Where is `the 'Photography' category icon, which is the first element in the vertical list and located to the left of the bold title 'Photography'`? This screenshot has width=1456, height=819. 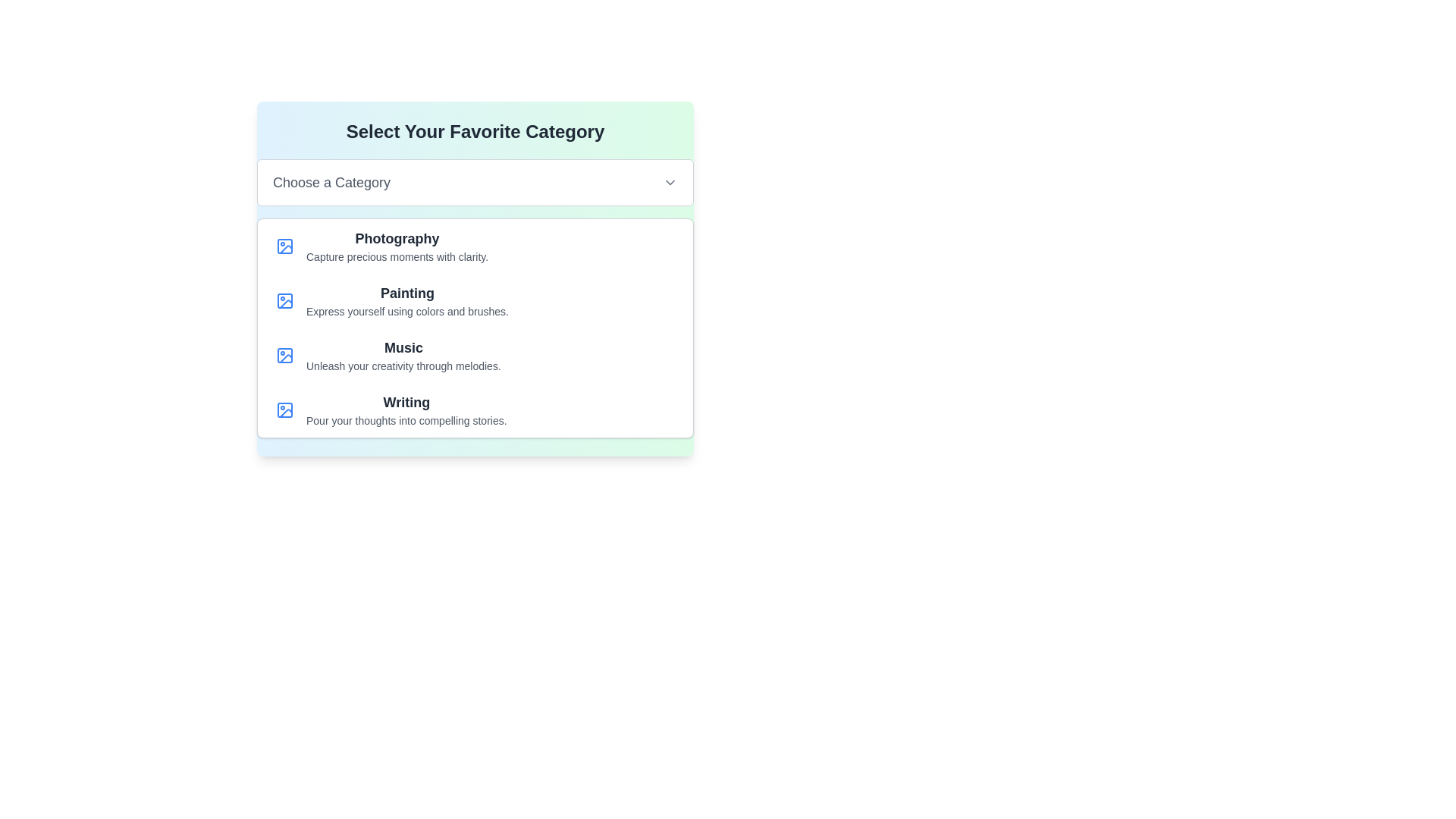
the 'Photography' category icon, which is the first element in the vertical list and located to the left of the bold title 'Photography' is located at coordinates (284, 245).